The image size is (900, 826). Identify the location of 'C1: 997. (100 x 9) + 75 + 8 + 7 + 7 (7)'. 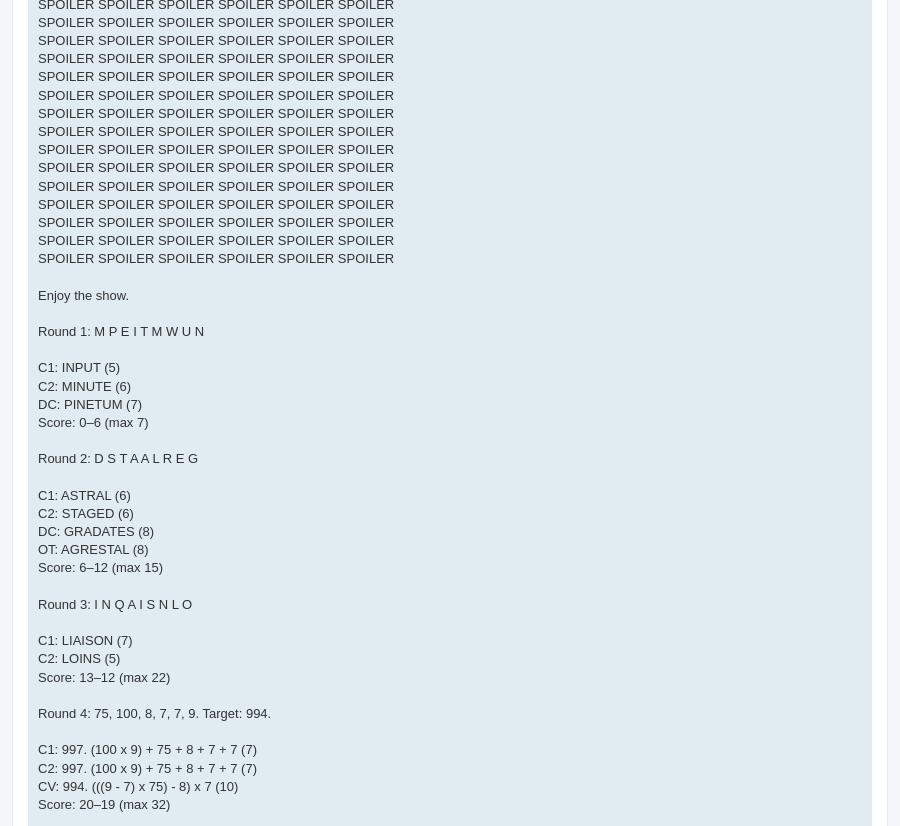
(36, 748).